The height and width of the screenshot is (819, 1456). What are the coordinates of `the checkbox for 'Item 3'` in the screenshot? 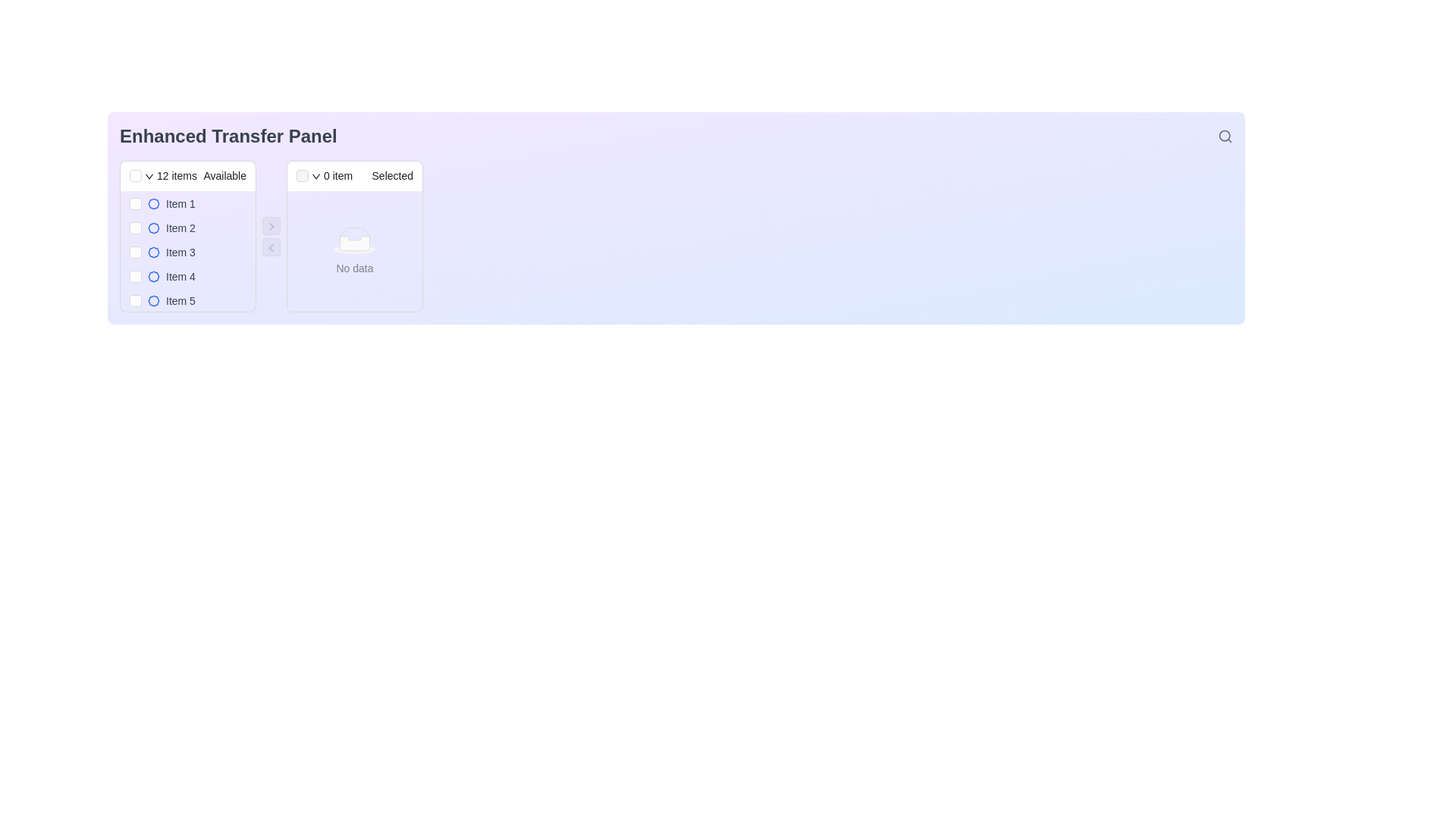 It's located at (135, 251).